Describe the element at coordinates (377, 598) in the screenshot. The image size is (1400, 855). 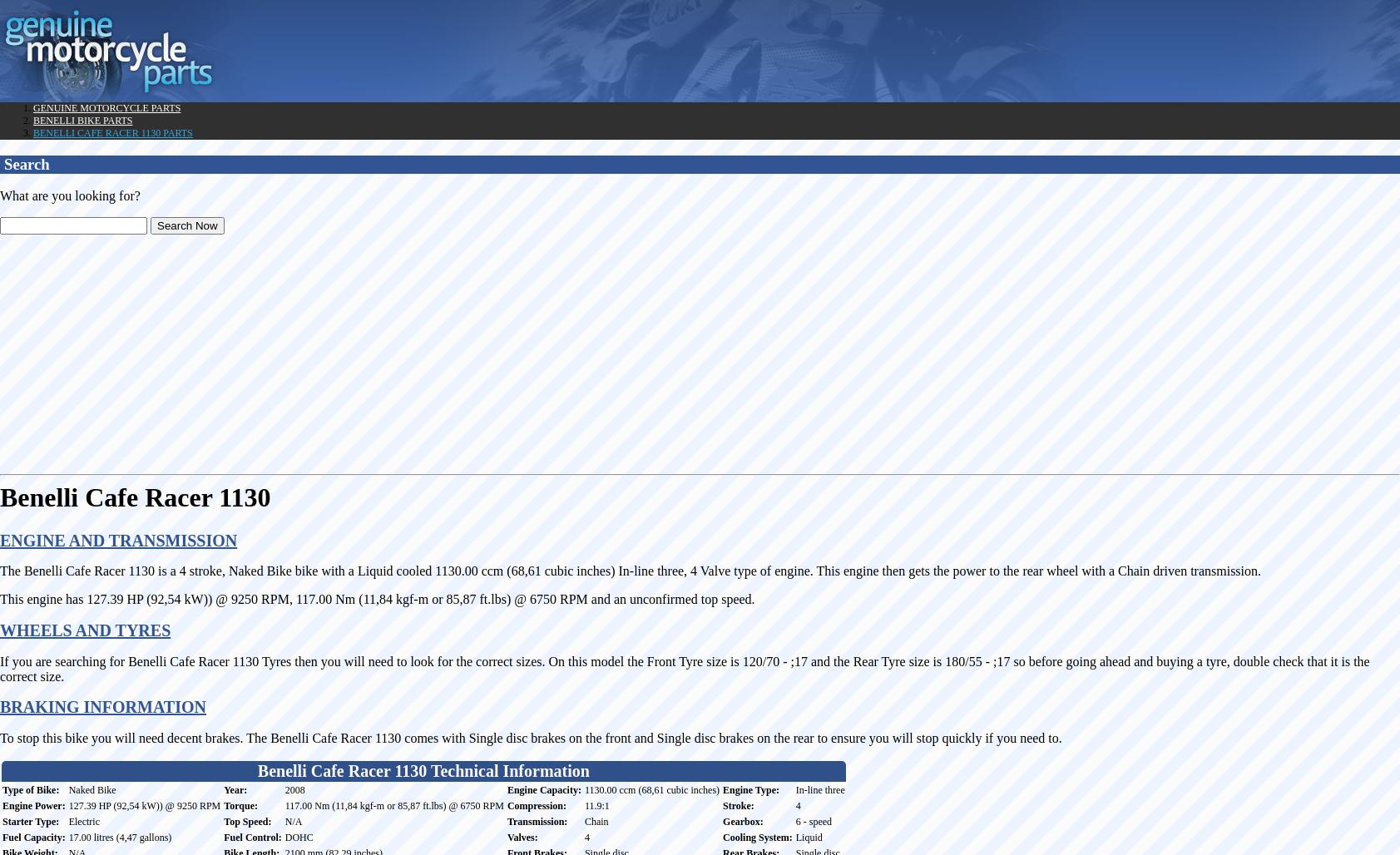
I see `'This engine has 127.39 HP (92,54 kW)) @ 9250 RPM, 117.00 Nm (11,84 kgf-m or 85,87 ft.lbs) @ 6750 RPM and an unconfirmed top speed.'` at that location.